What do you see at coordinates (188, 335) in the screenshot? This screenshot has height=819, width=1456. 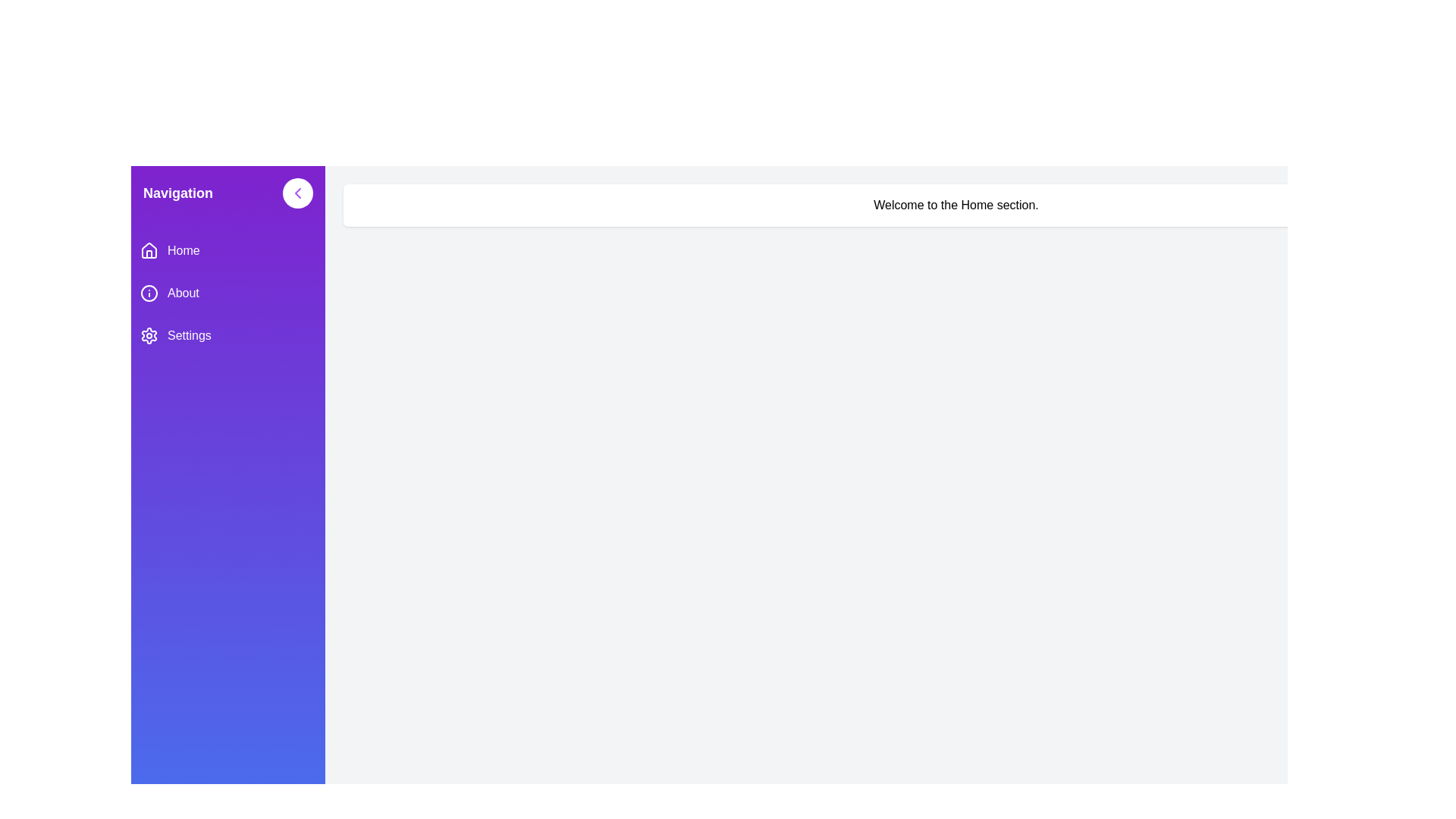 I see `the 'Settings' text label in the navigation panel, which is the third item below 'Home' and 'About'` at bounding box center [188, 335].